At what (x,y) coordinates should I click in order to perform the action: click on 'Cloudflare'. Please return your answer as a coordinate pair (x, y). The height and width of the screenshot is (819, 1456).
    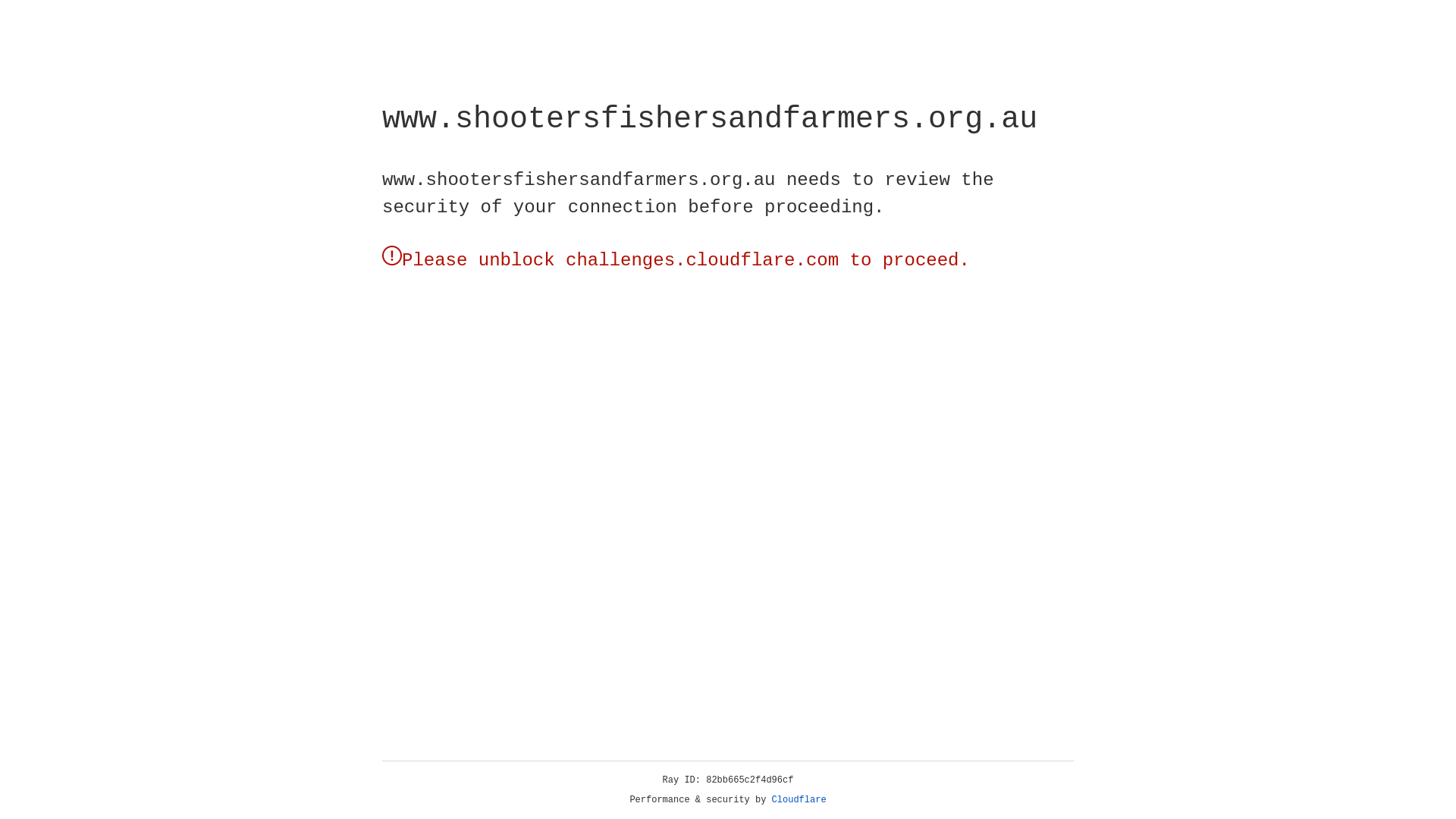
    Looking at the image, I should click on (799, 799).